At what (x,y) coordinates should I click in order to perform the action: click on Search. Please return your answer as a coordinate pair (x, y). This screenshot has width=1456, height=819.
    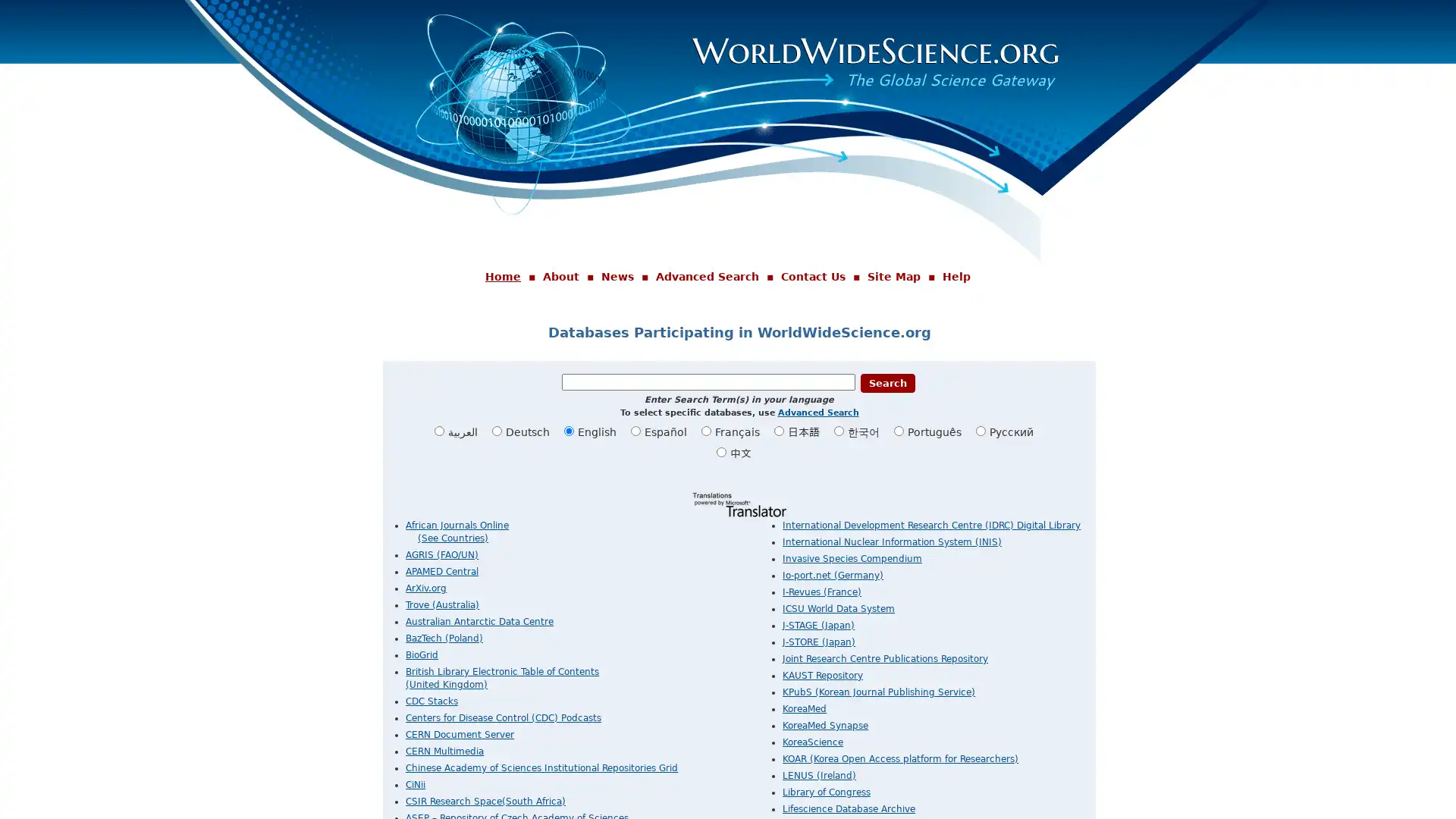
    Looking at the image, I should click on (887, 381).